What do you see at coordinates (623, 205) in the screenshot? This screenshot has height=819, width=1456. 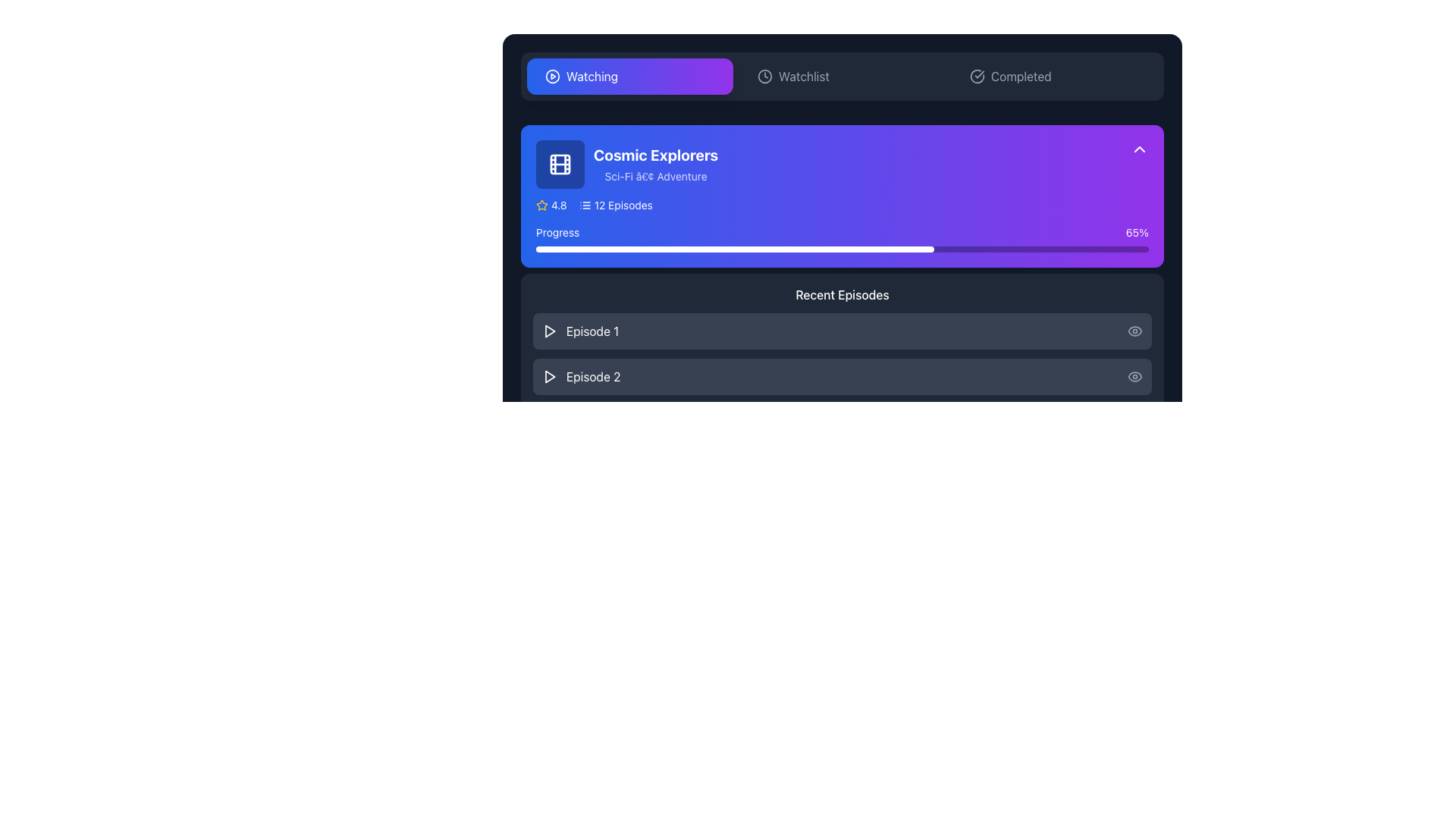 I see `the text label displaying '12 Episodes' in white font, located to the right of a ratings indicator and aligned with a list icon within the 'Cosmic Explorers' card` at bounding box center [623, 205].